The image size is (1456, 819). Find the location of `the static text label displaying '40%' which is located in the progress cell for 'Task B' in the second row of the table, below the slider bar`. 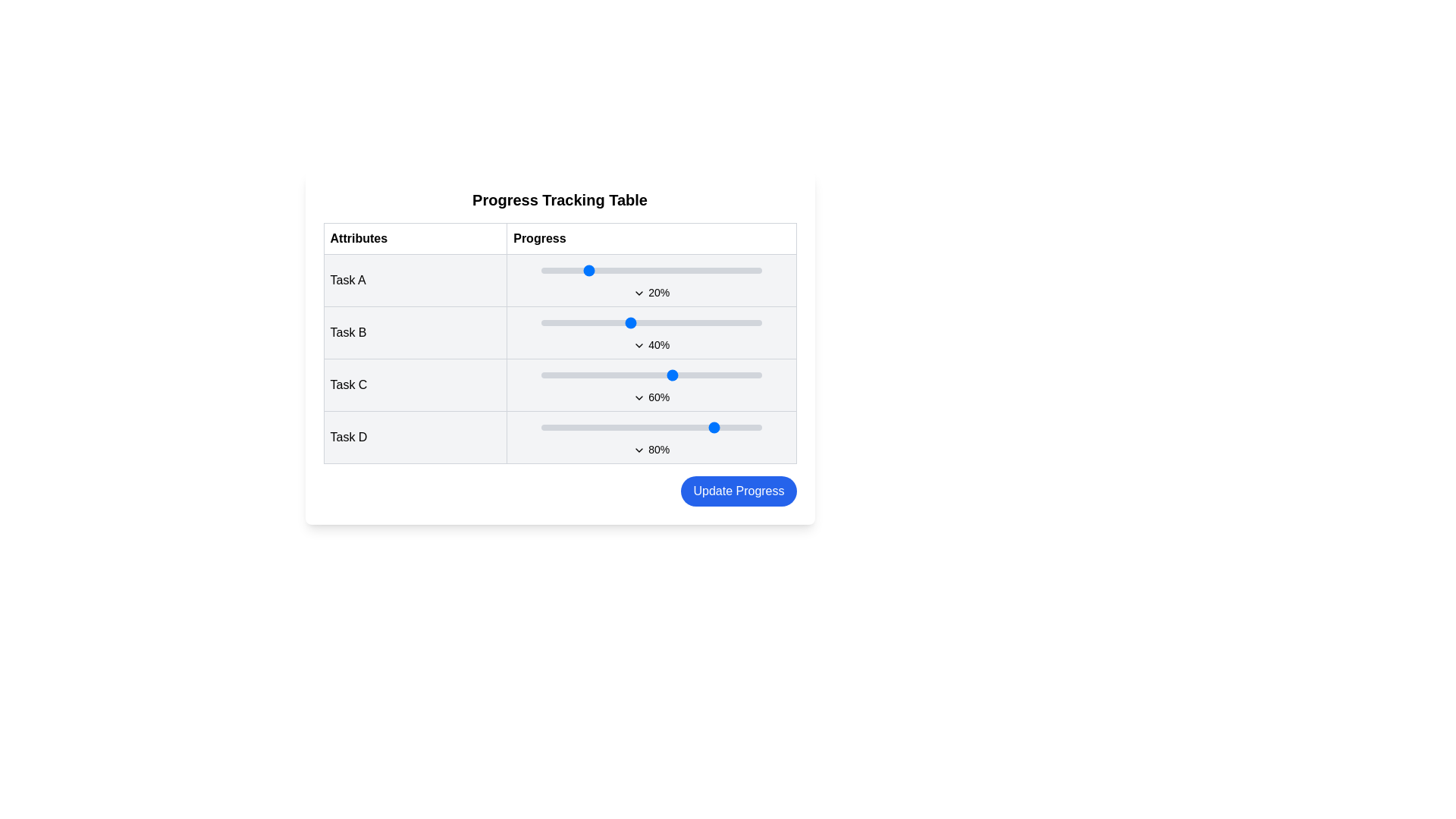

the static text label displaying '40%' which is located in the progress cell for 'Task B' in the second row of the table, below the slider bar is located at coordinates (651, 342).